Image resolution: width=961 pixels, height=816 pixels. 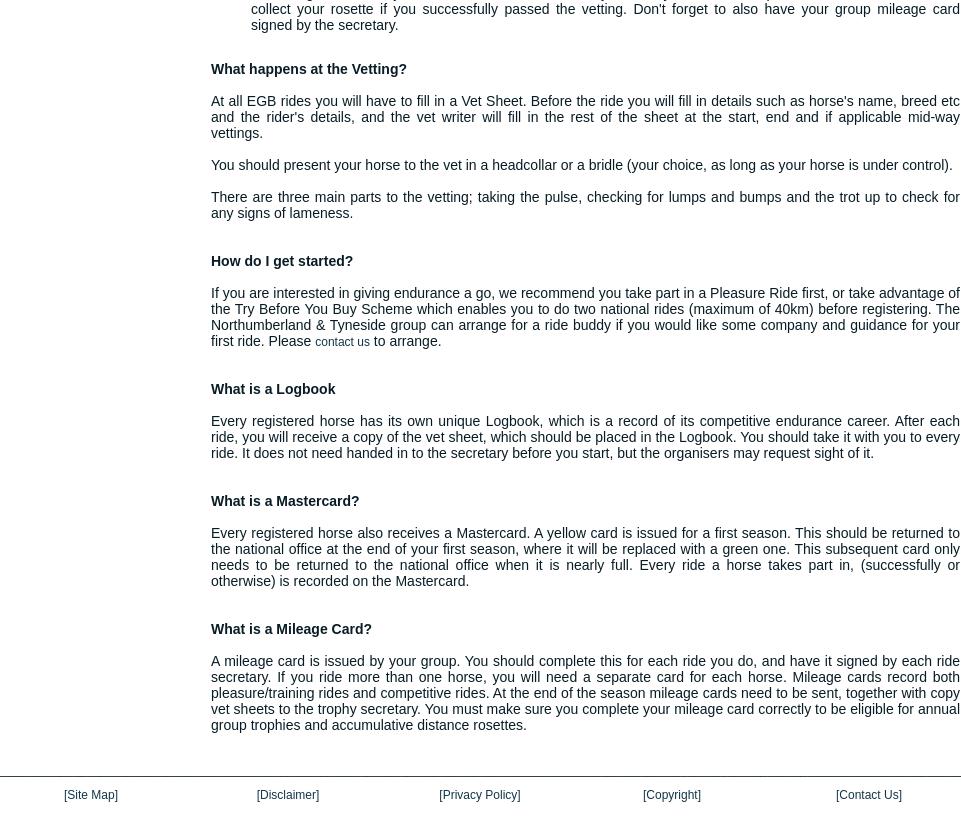 What do you see at coordinates (368, 341) in the screenshot?
I see `'to arrange.'` at bounding box center [368, 341].